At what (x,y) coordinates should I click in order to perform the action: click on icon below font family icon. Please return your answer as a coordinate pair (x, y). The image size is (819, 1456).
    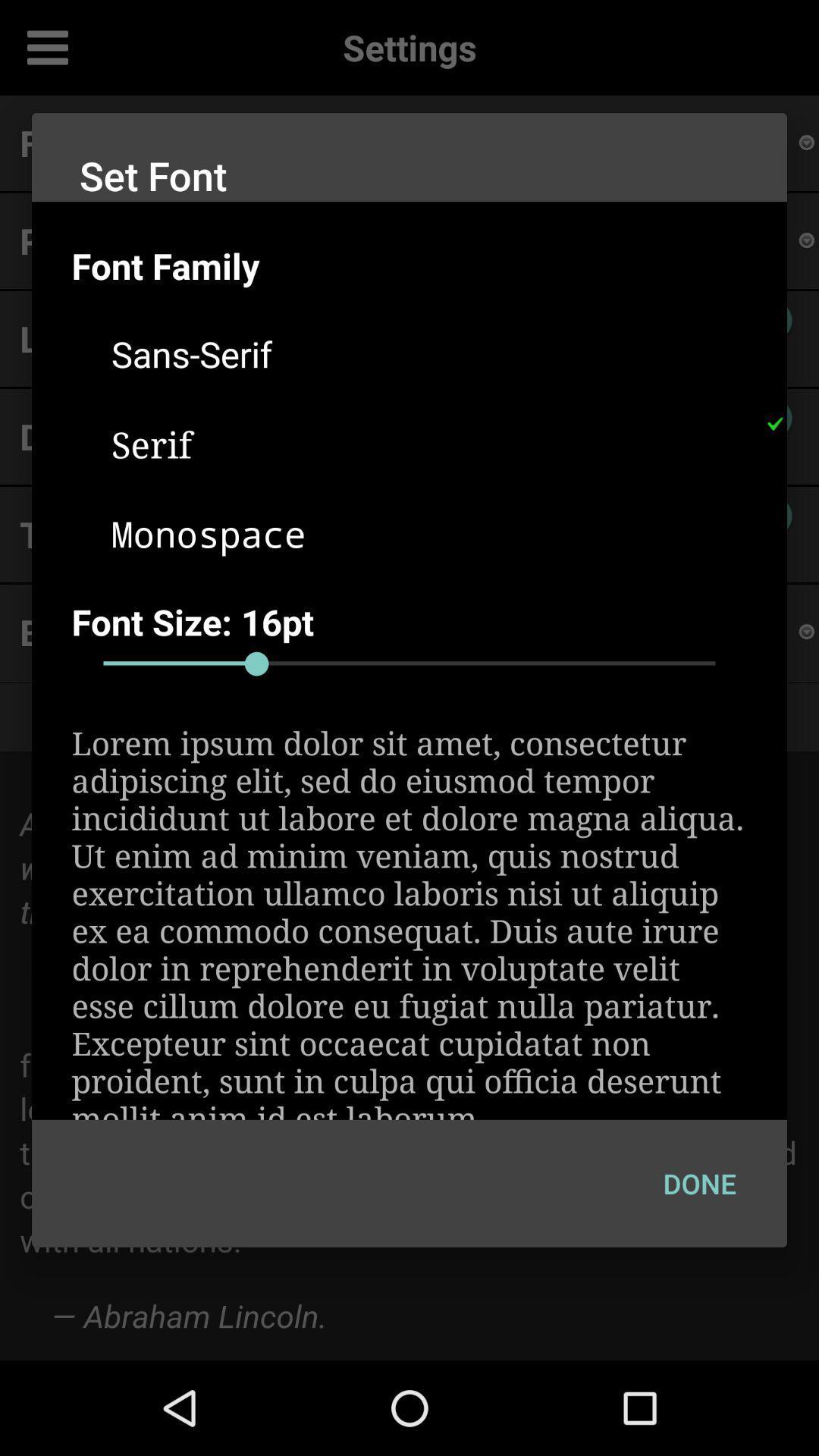
    Looking at the image, I should click on (429, 353).